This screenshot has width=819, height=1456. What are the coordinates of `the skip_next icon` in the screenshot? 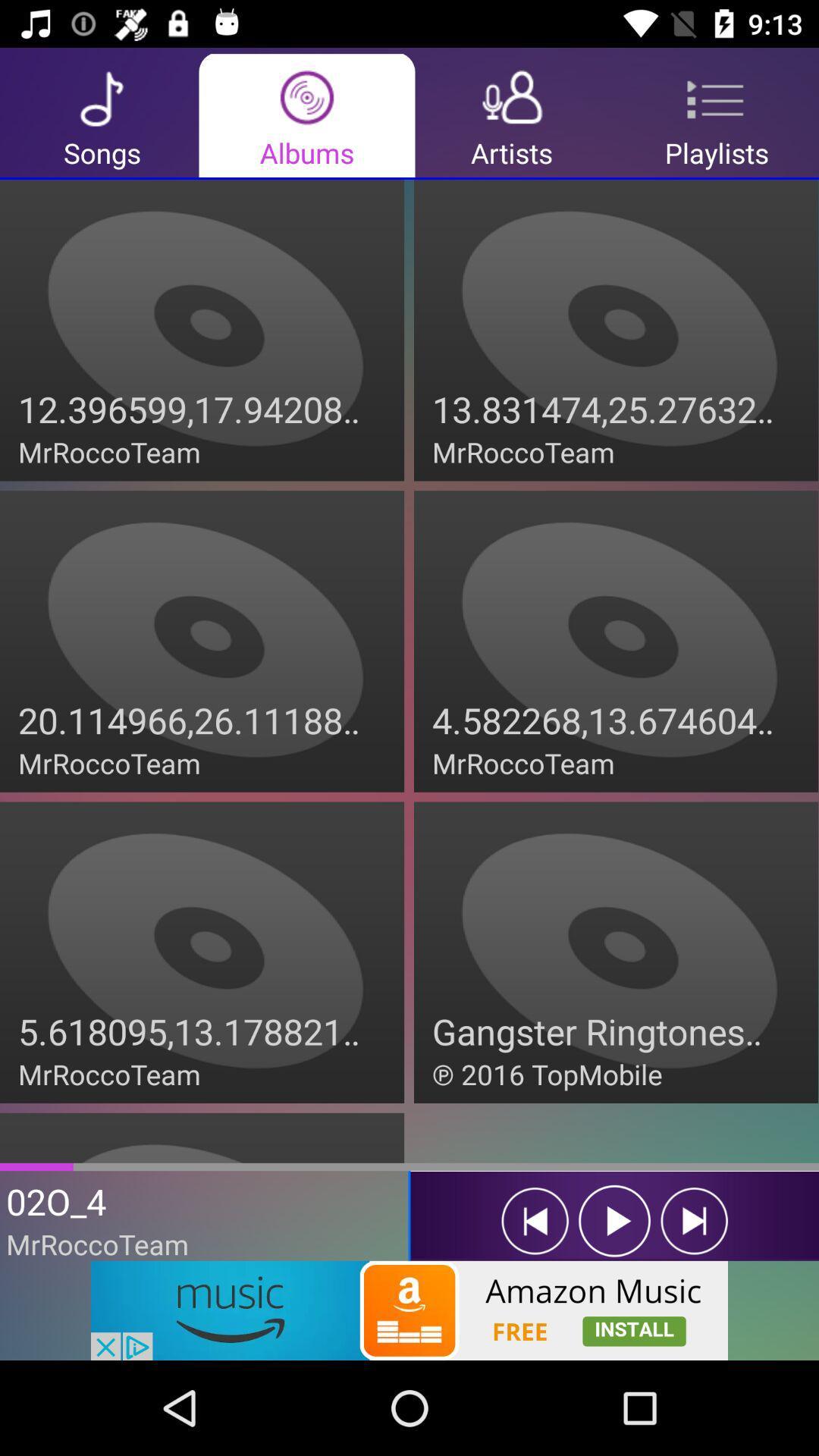 It's located at (694, 1221).